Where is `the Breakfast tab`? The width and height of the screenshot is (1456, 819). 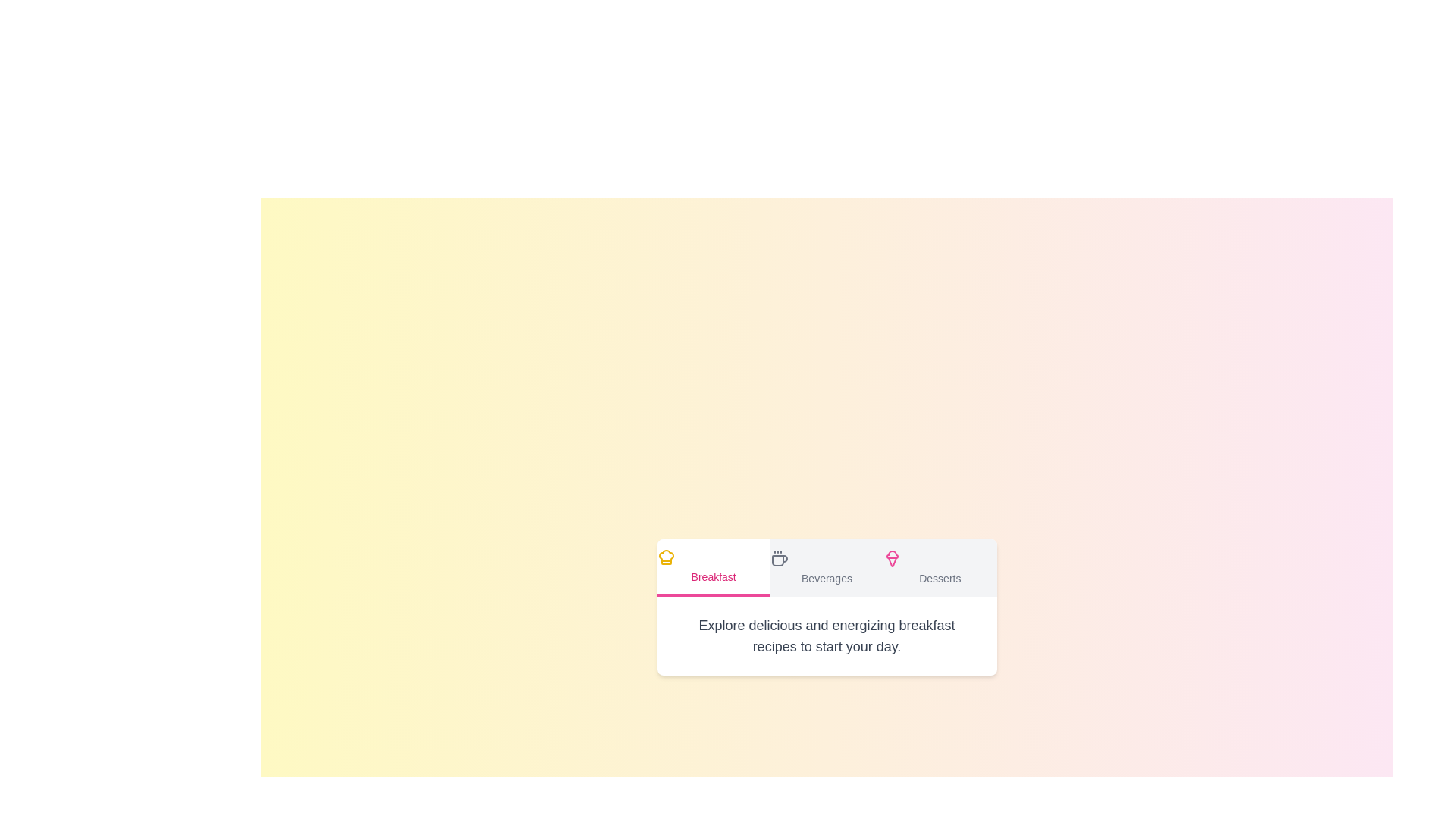
the Breakfast tab is located at coordinates (713, 567).